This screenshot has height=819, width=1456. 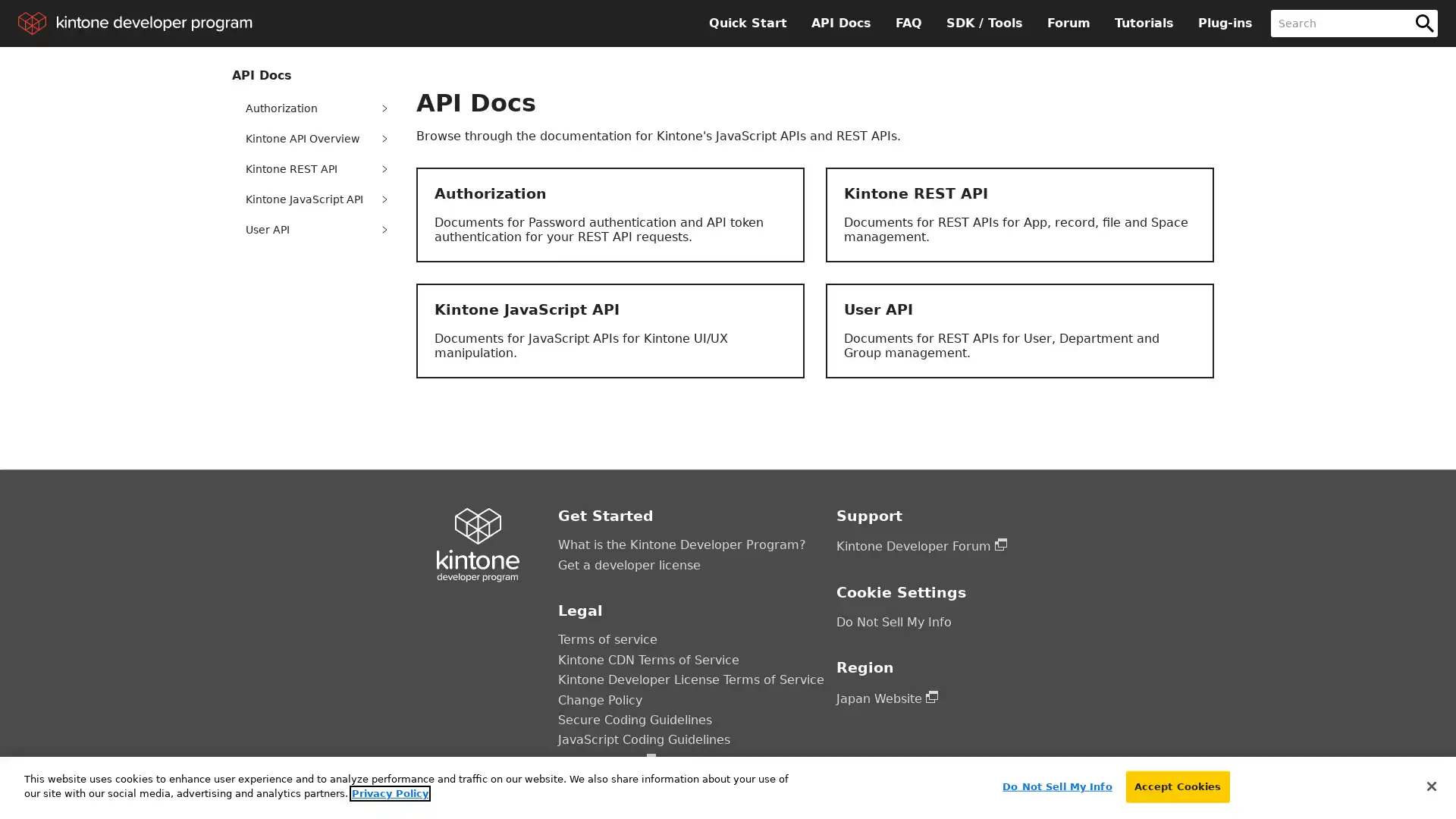 I want to click on Do Not Sell My Info, so click(x=1056, y=786).